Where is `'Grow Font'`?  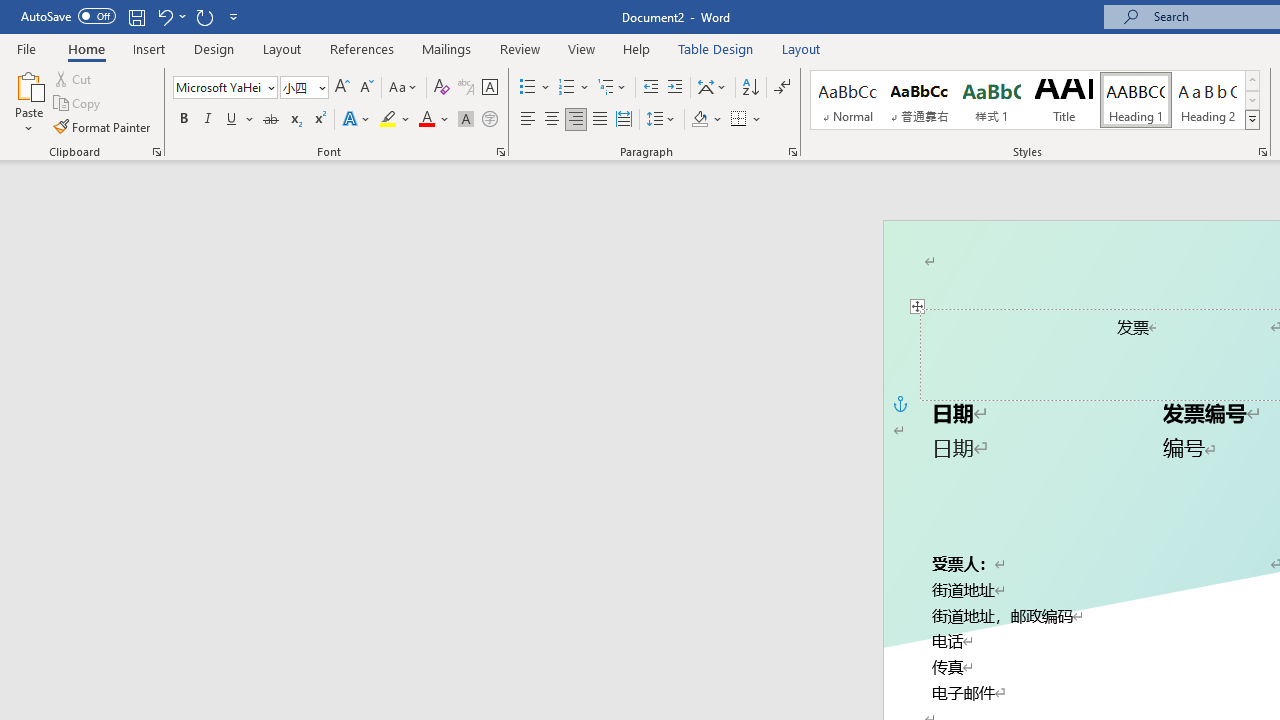
'Grow Font' is located at coordinates (342, 86).